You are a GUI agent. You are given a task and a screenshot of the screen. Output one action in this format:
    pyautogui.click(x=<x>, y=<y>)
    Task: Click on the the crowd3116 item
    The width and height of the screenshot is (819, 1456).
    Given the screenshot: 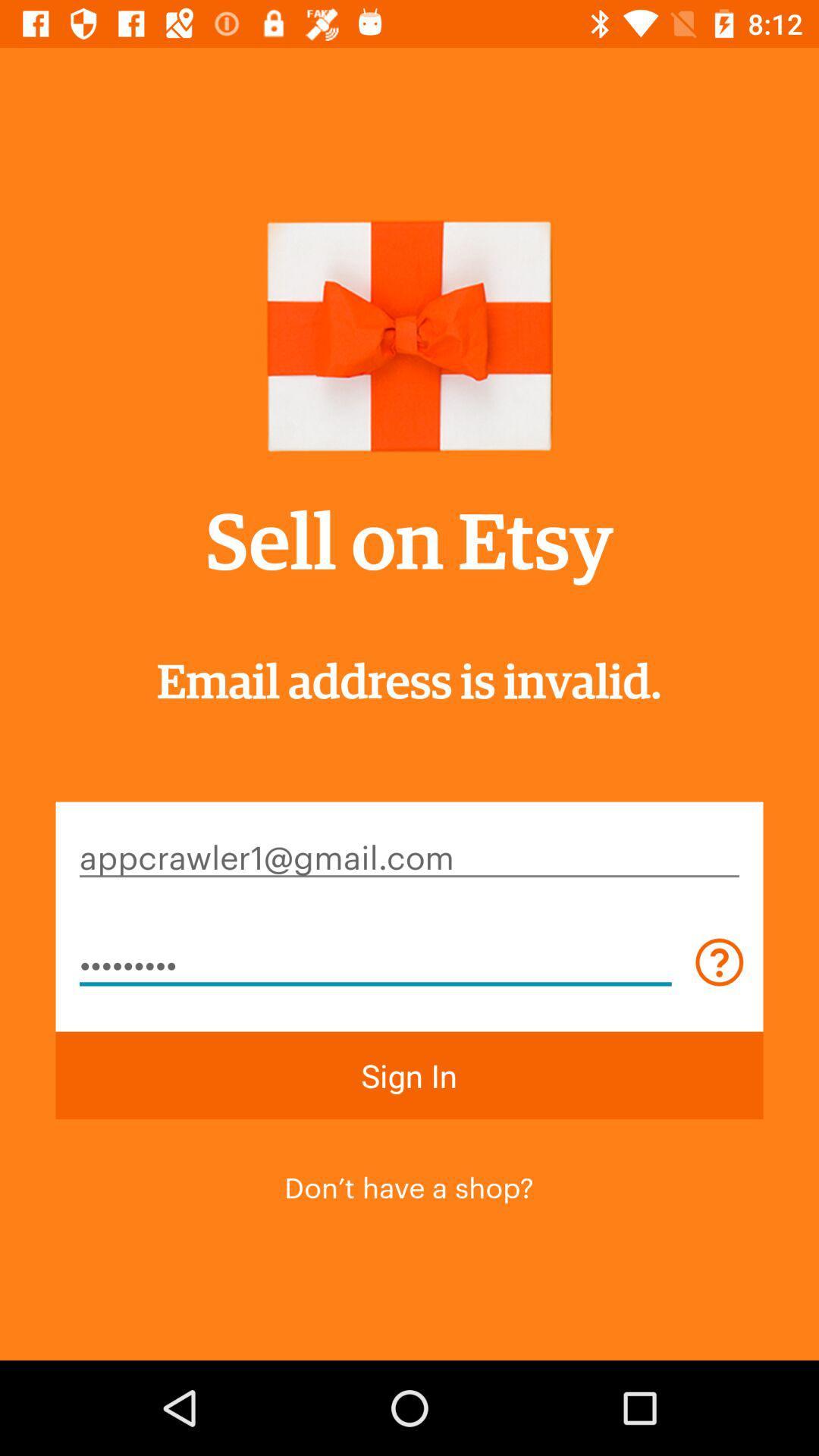 What is the action you would take?
    pyautogui.click(x=375, y=961)
    